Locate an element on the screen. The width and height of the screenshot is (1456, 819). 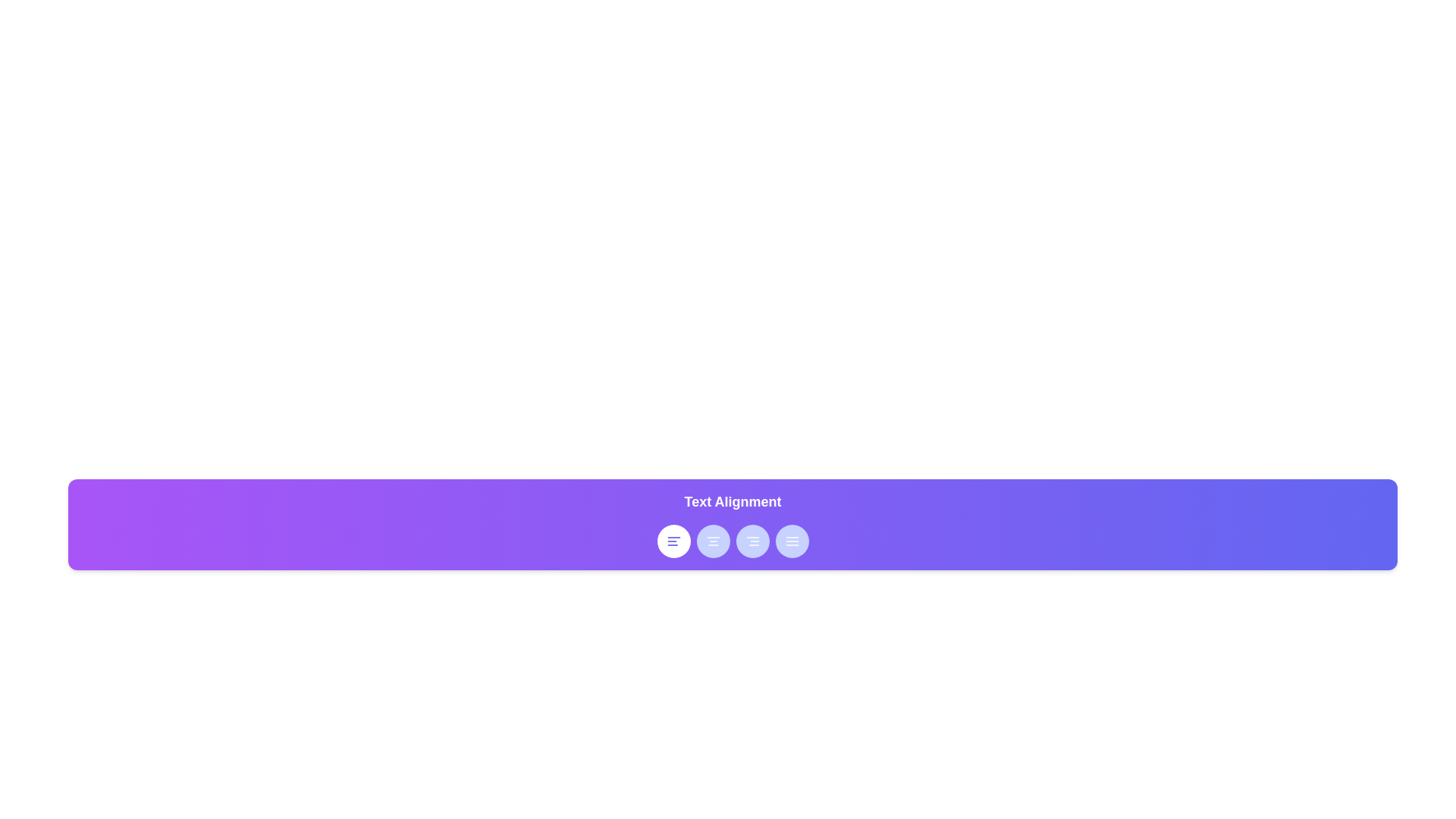
the circular button with a white background and an indigo left-alignment text symbol, located below the 'Text Alignment' label is located at coordinates (673, 540).